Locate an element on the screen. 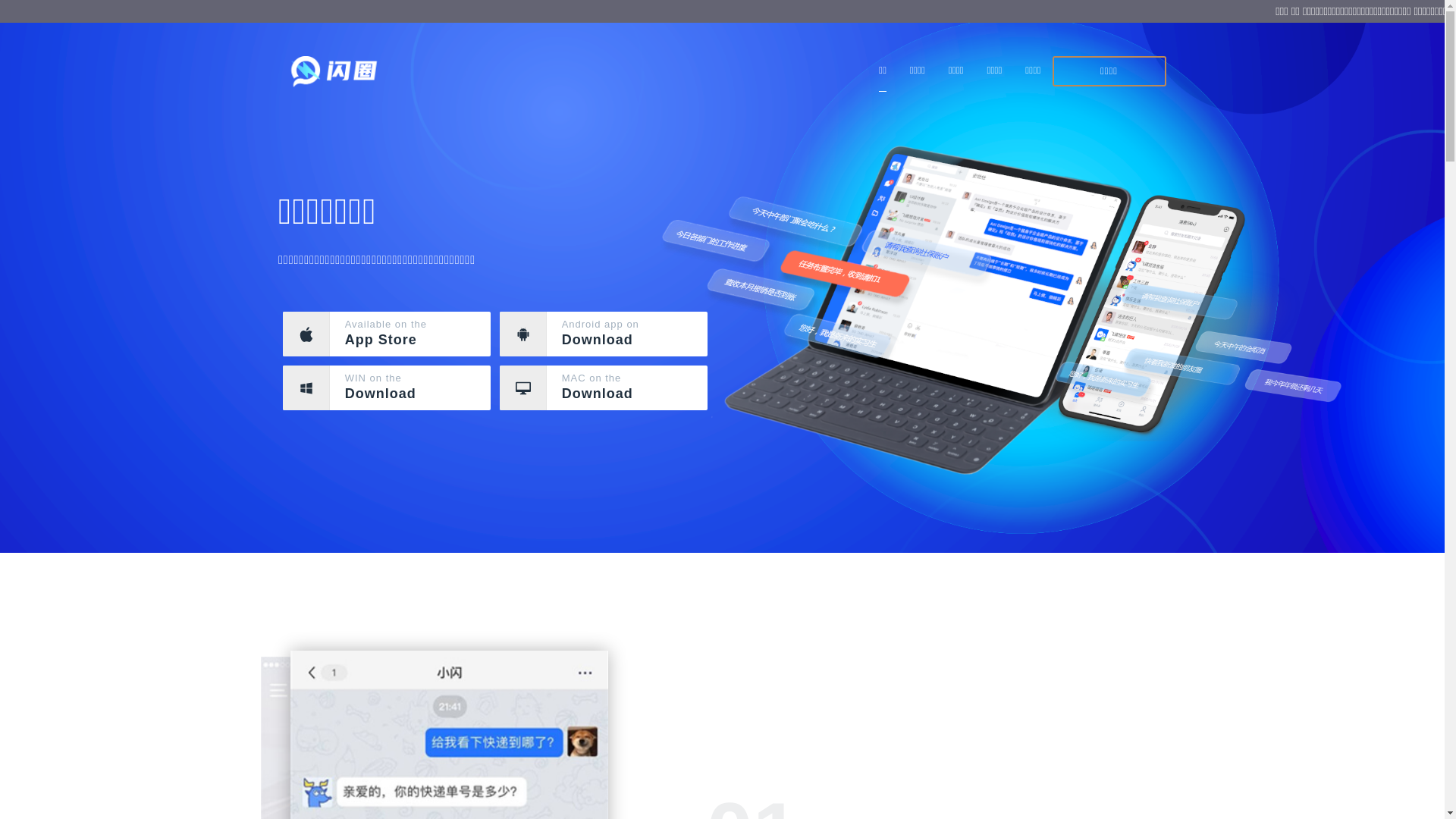 This screenshot has height=819, width=1456. 'MAC on the is located at coordinates (499, 387).